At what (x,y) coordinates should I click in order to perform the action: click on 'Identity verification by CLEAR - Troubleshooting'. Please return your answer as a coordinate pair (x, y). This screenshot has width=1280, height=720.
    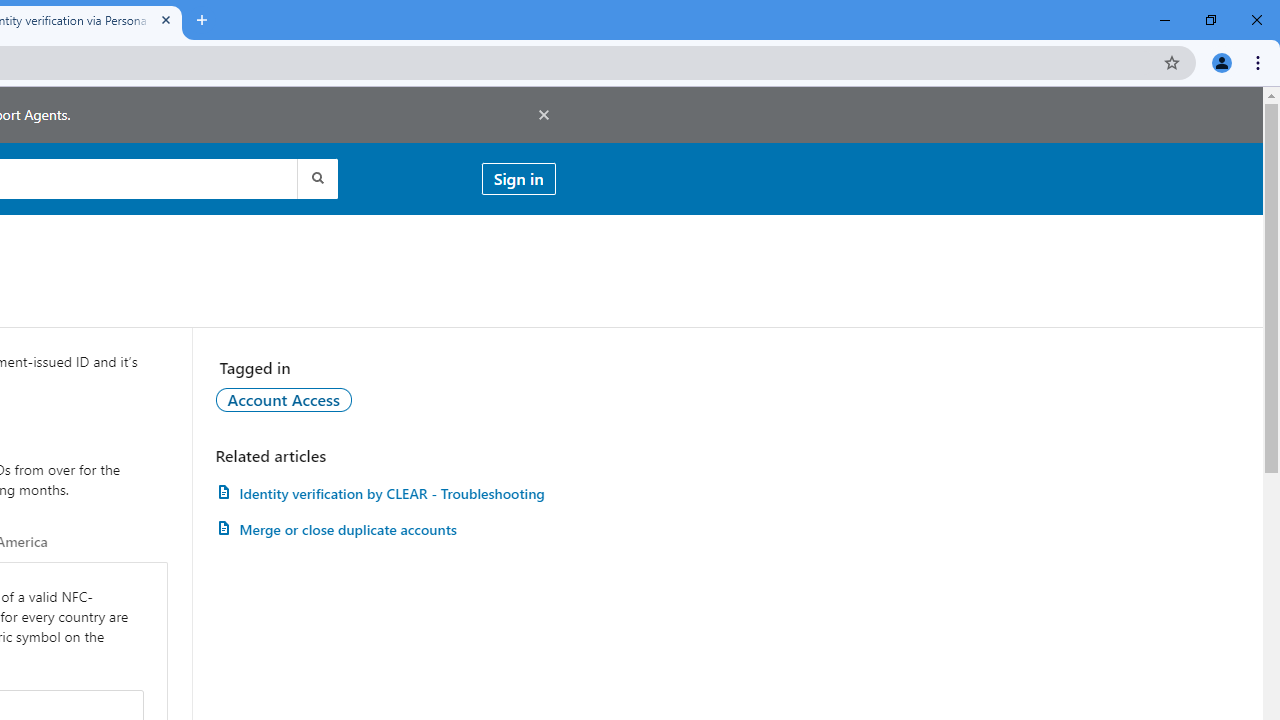
    Looking at the image, I should click on (385, 493).